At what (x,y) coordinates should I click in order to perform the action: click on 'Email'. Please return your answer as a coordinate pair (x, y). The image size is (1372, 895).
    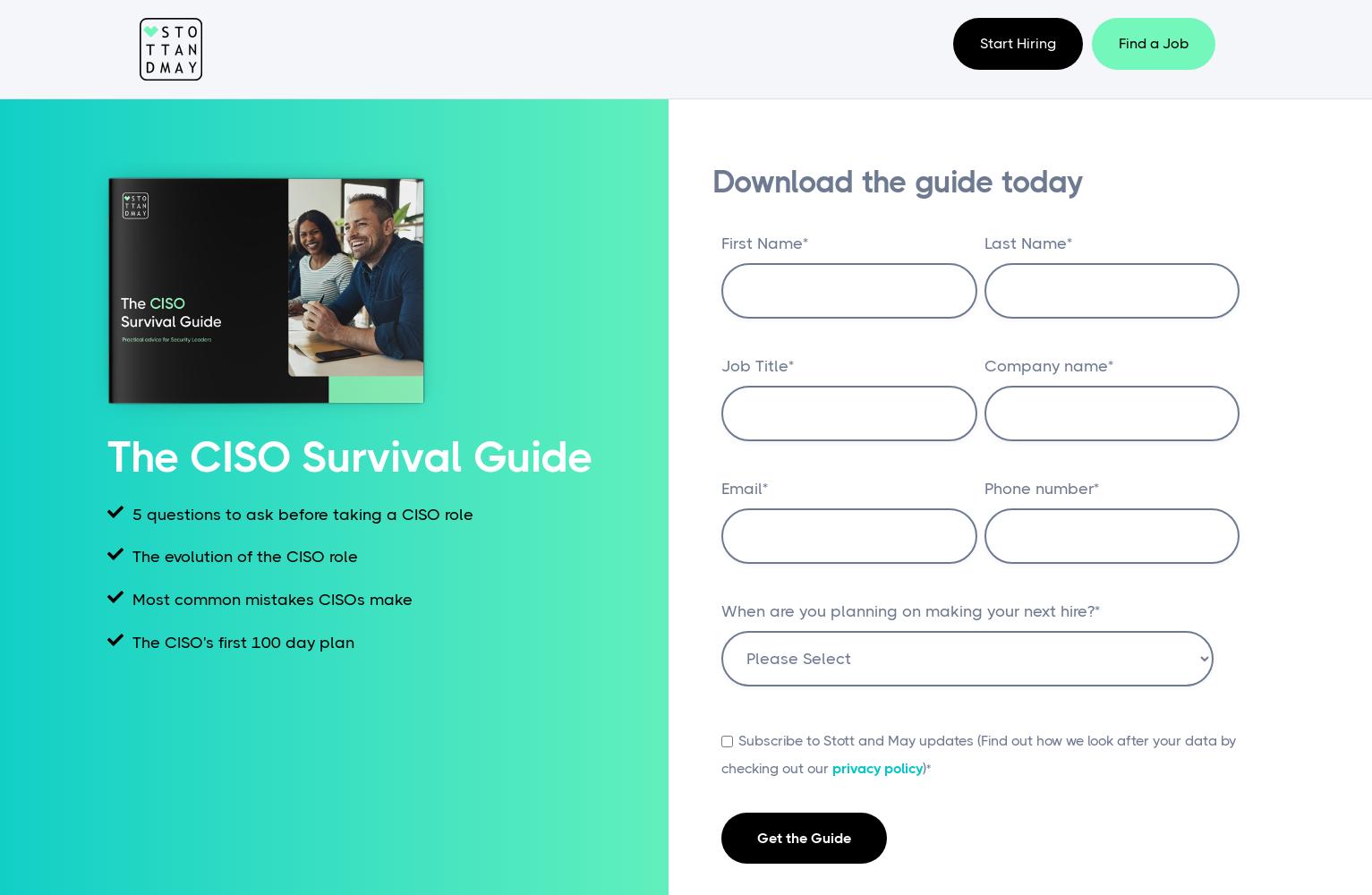
    Looking at the image, I should click on (741, 489).